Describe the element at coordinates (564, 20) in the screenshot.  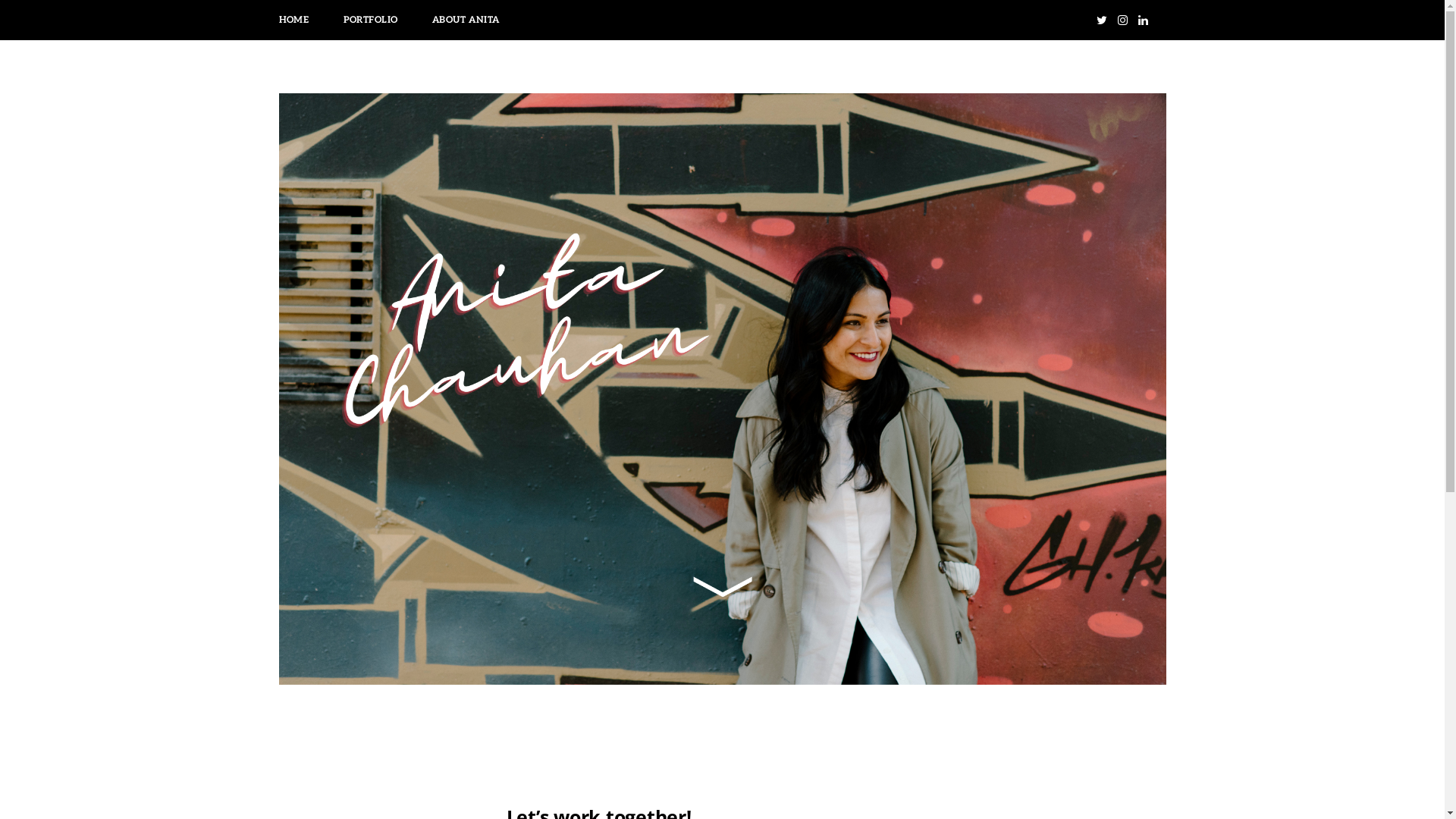
I see `'CONTACT ME'` at that location.